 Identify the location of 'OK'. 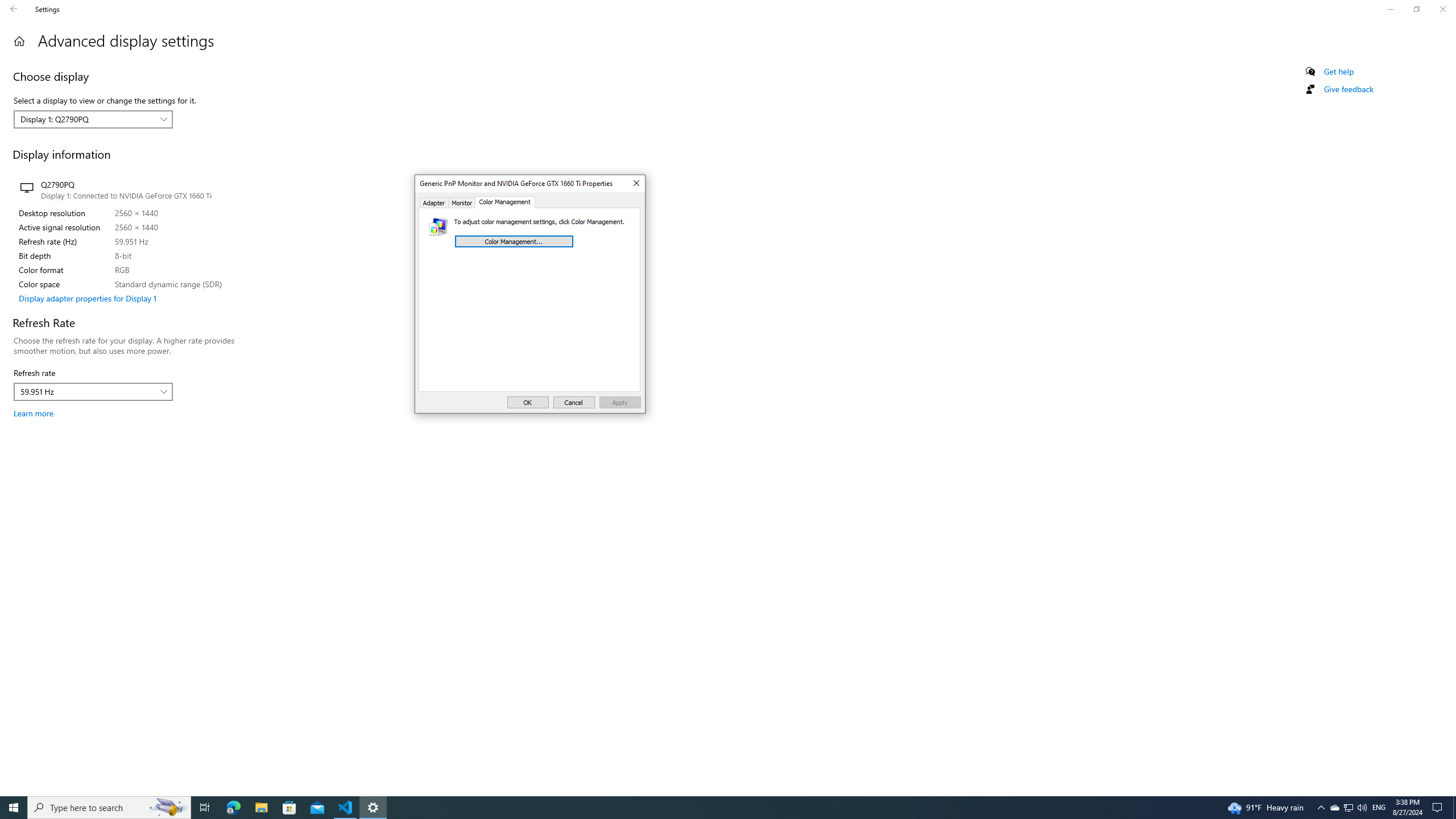
(528, 402).